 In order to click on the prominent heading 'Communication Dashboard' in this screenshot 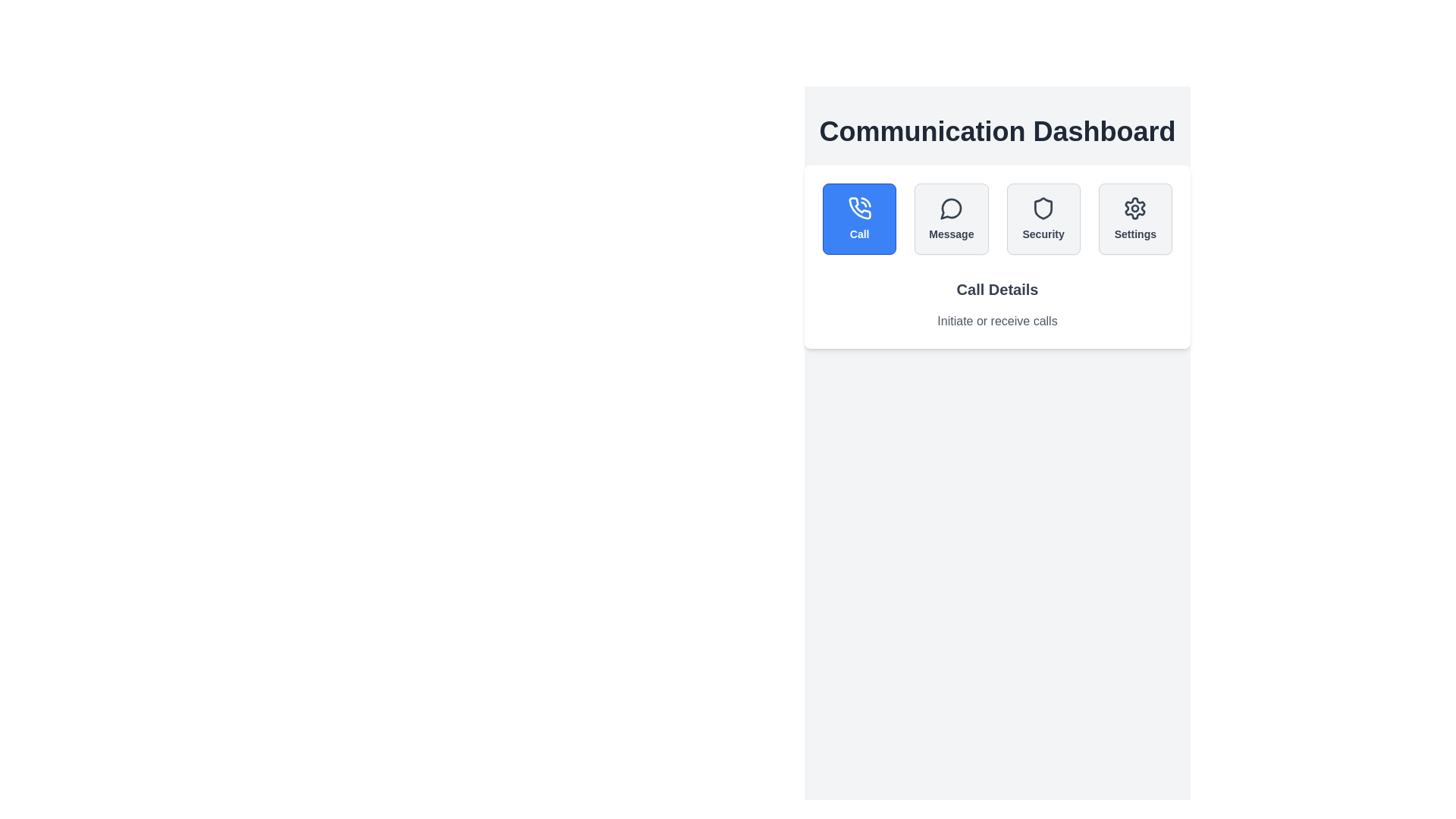, I will do `click(997, 130)`.